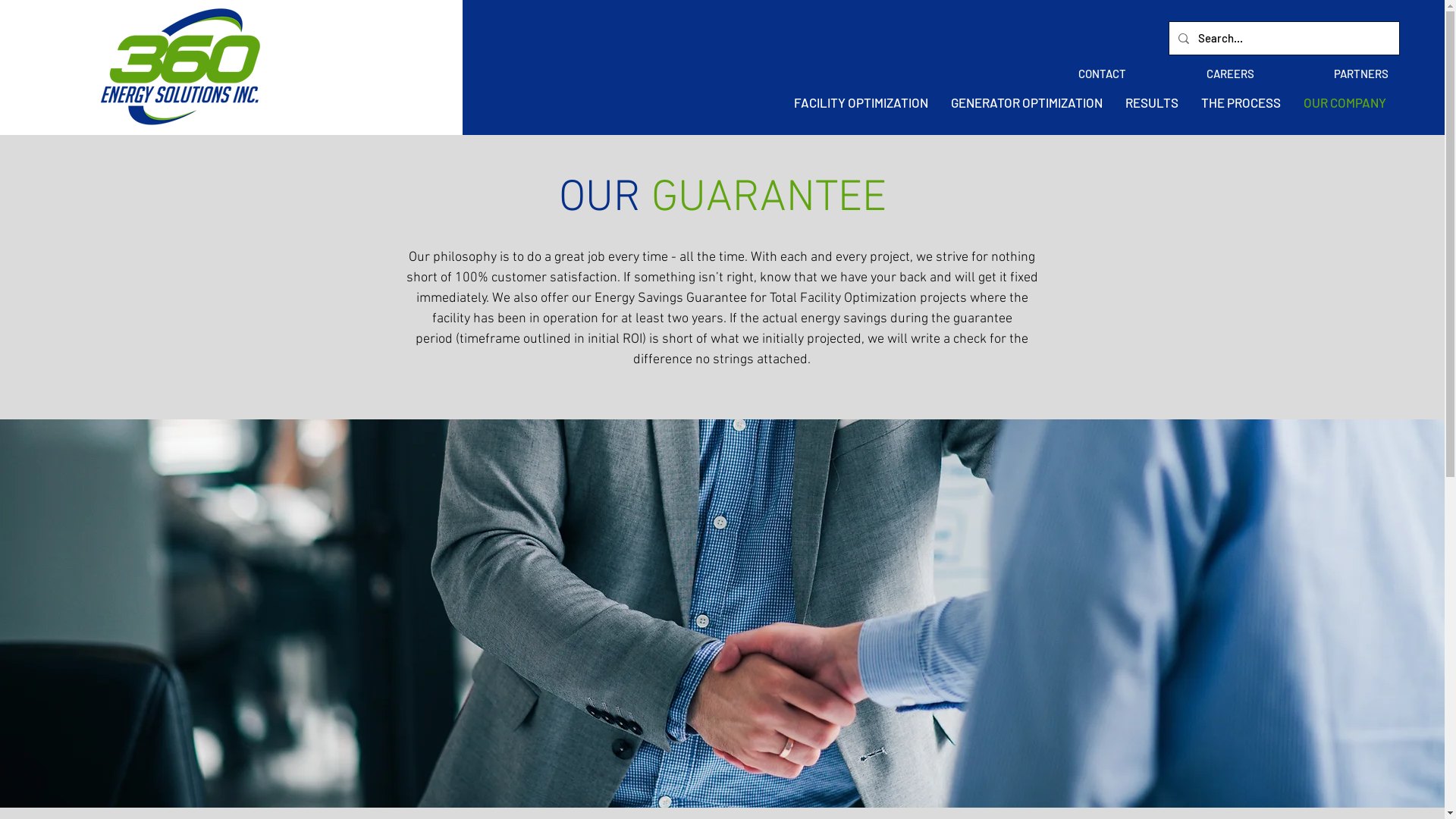 Image resolution: width=1456 pixels, height=819 pixels. What do you see at coordinates (1241, 102) in the screenshot?
I see `'THE PROCESS'` at bounding box center [1241, 102].